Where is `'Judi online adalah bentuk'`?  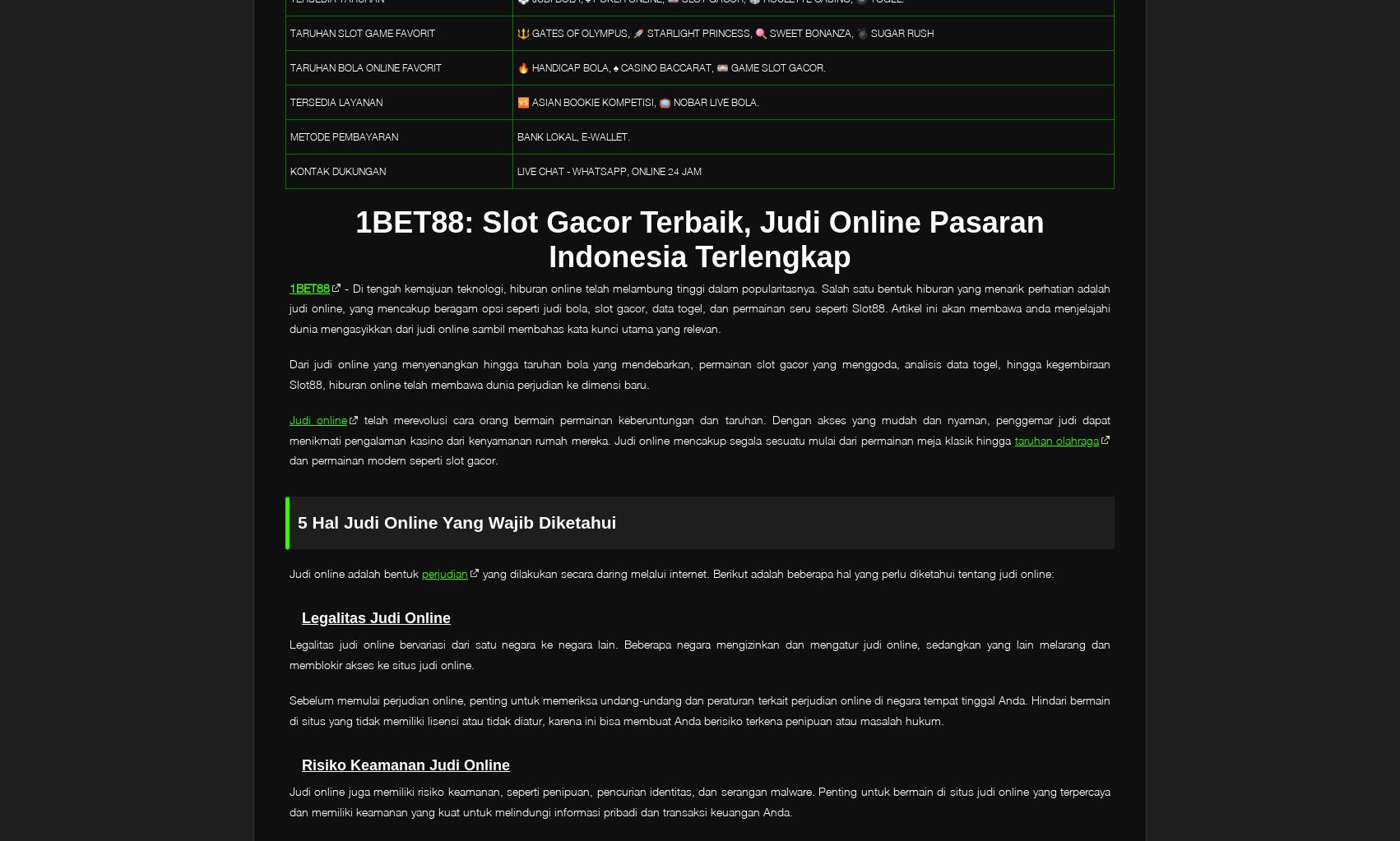 'Judi online adalah bentuk' is located at coordinates (289, 571).